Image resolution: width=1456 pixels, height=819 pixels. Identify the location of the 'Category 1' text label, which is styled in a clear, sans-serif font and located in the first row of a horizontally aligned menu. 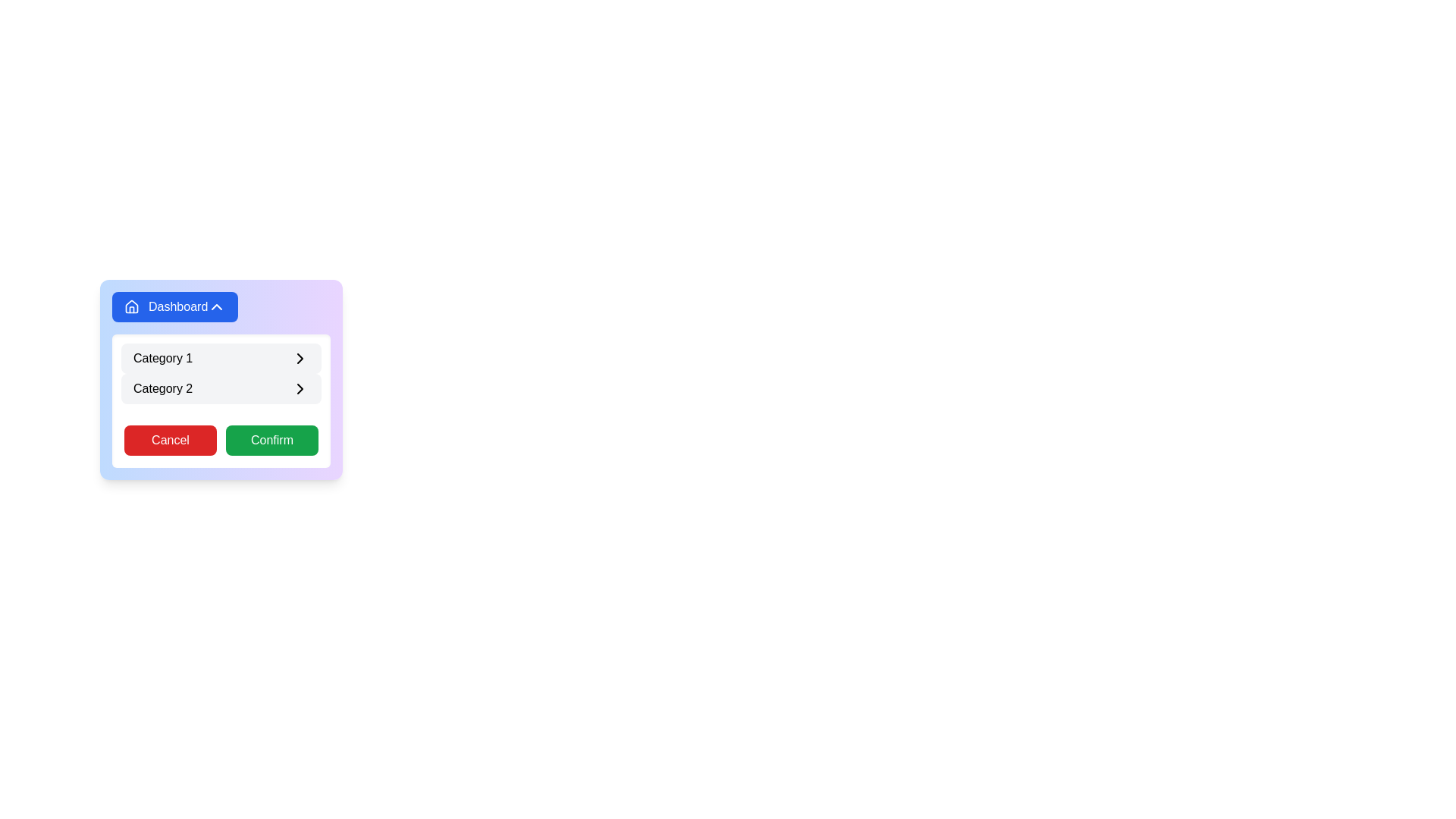
(163, 359).